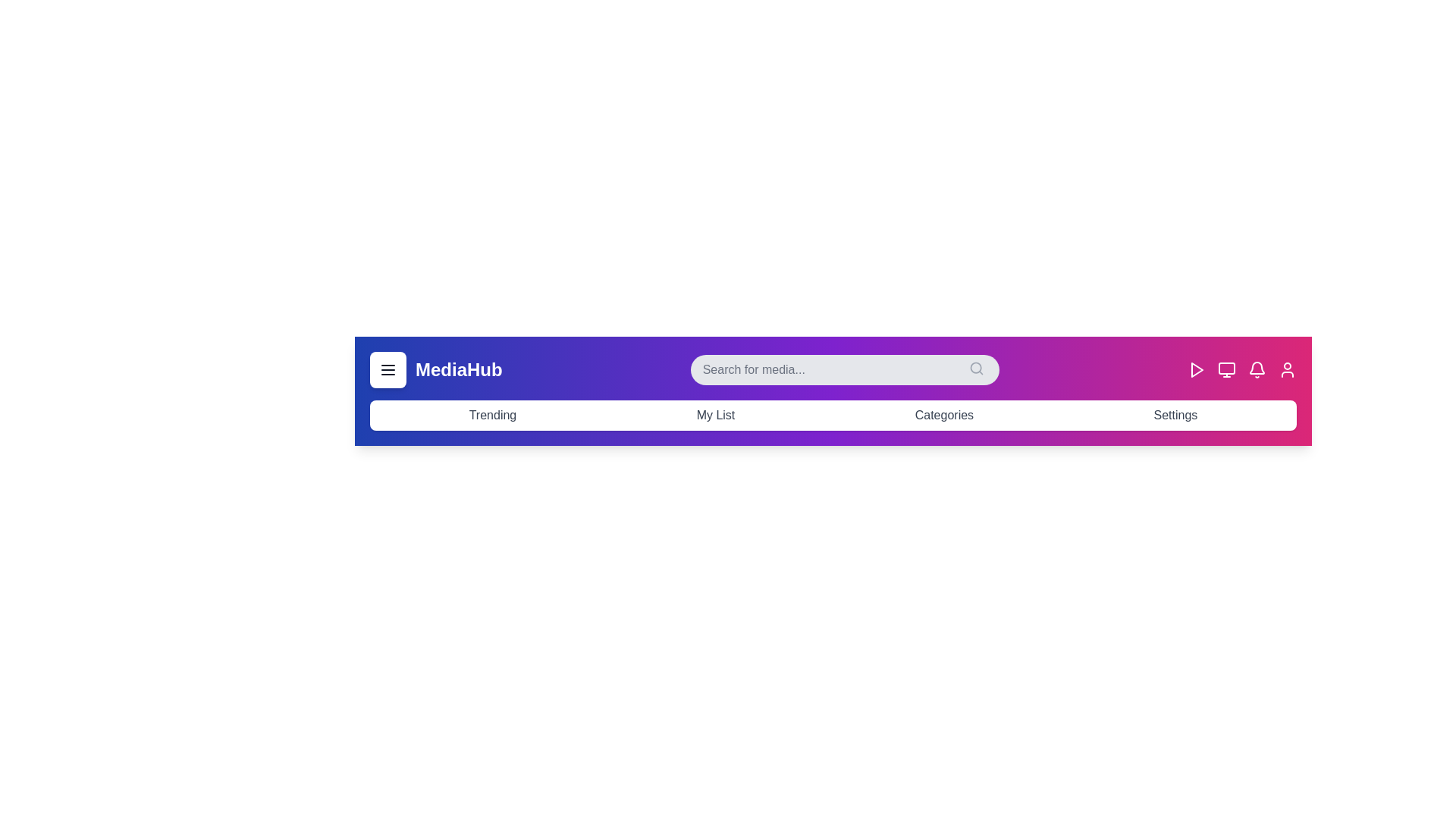 This screenshot has height=819, width=1456. Describe the element at coordinates (715, 415) in the screenshot. I see `the navigation menu item My List` at that location.